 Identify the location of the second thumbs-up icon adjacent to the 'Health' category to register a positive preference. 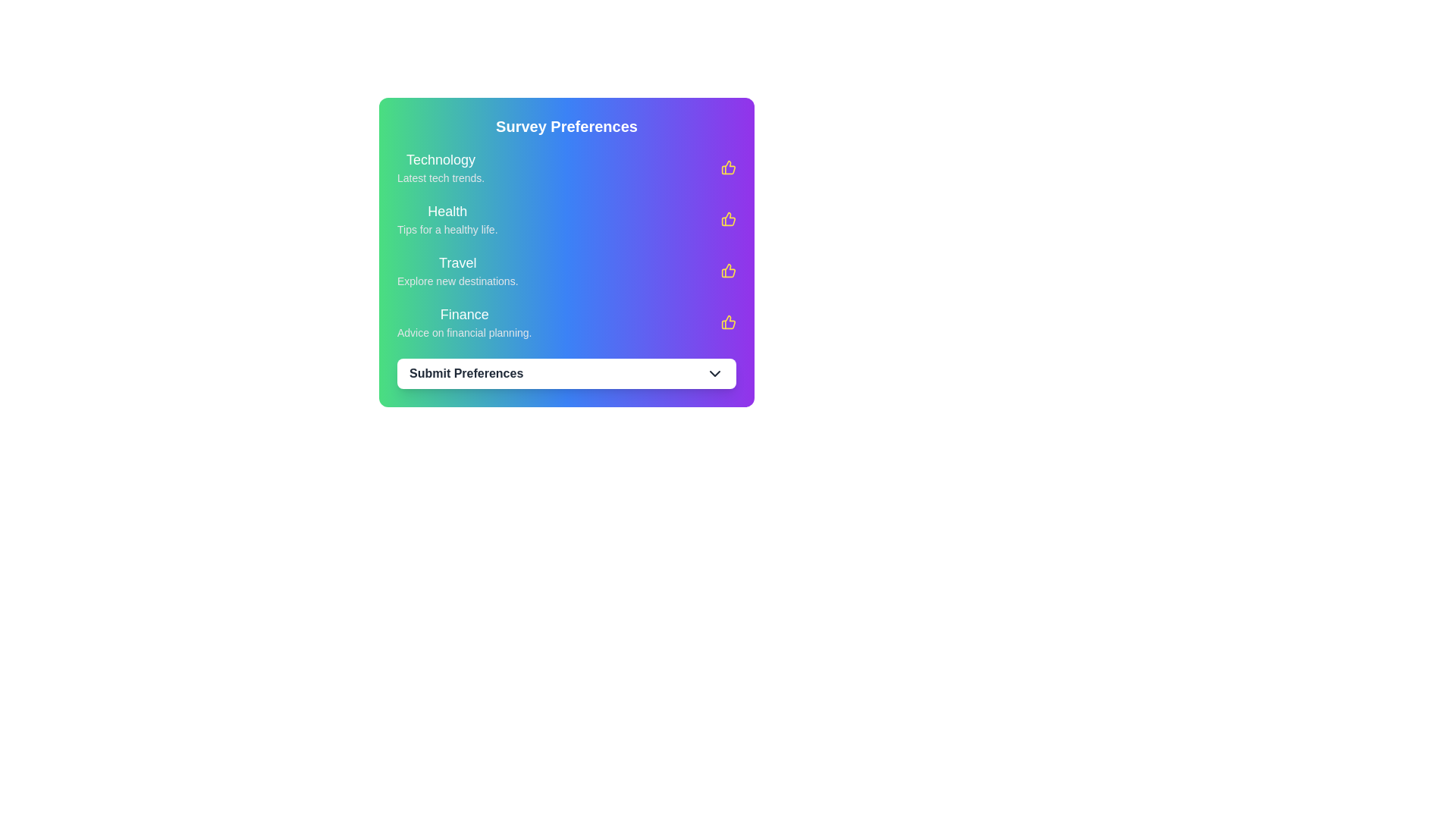
(728, 219).